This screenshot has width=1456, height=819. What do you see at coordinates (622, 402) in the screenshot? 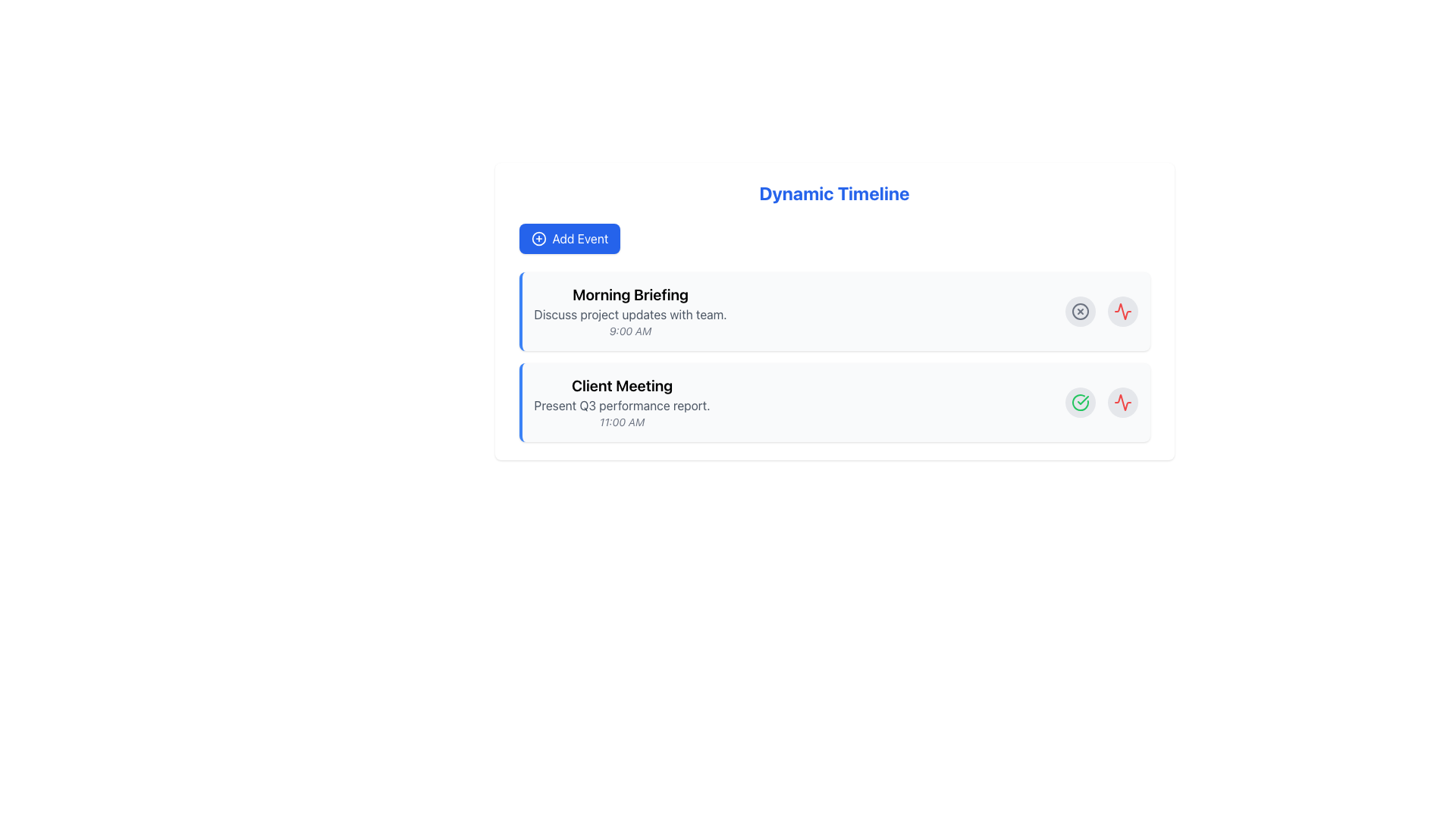
I see `the Textual Display with Combined Typography that includes the heading 'Client Meeting', description 'Present Q3 performance report.', and time '11:00 AM'. It is the second event item in the vertical timeline under 'Dynamic Timeline'` at bounding box center [622, 402].